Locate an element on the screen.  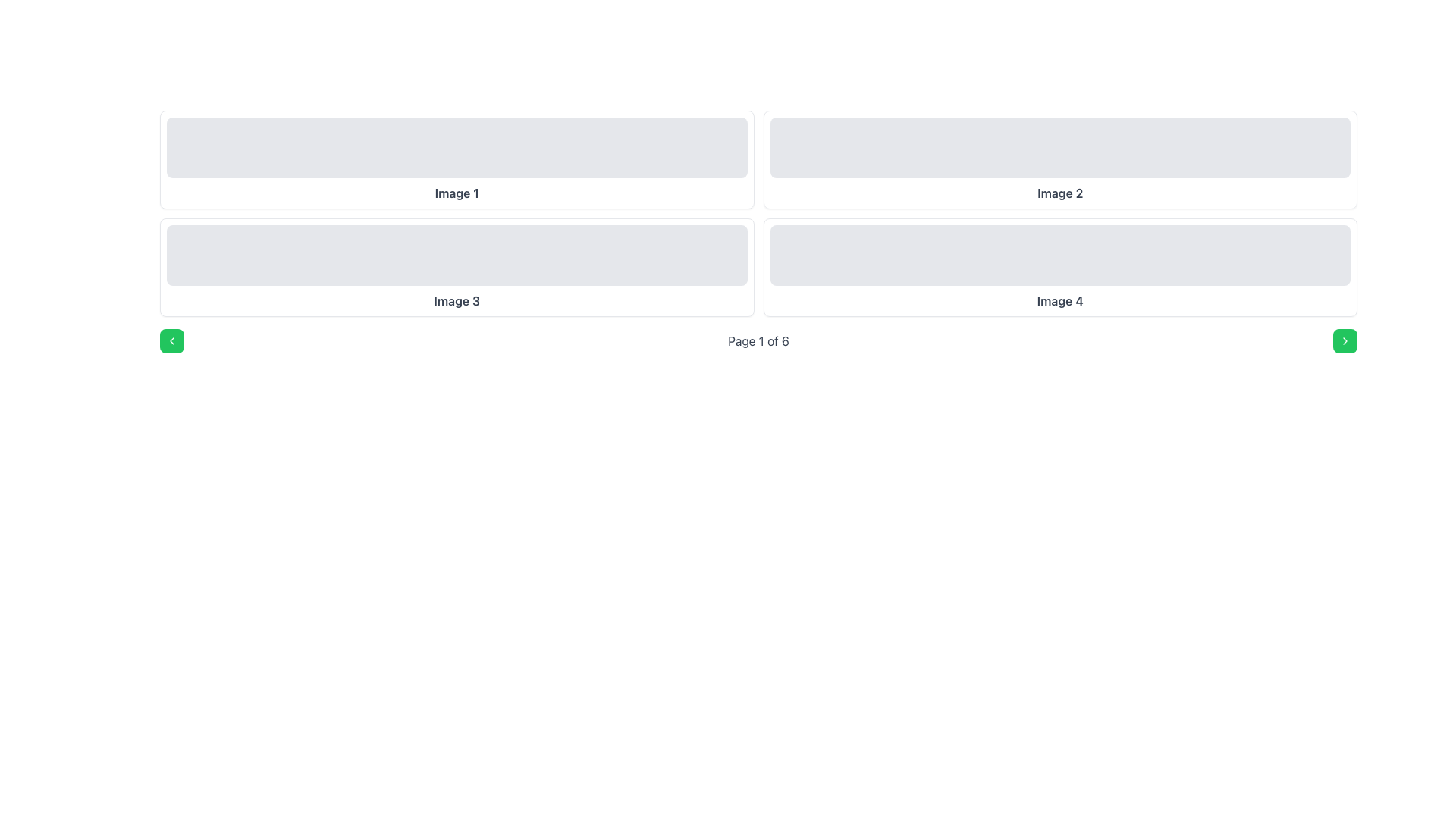
the backward navigation button located at the far left side of the footer, adjacent to the text 'Page 1 of 6' is located at coordinates (171, 341).